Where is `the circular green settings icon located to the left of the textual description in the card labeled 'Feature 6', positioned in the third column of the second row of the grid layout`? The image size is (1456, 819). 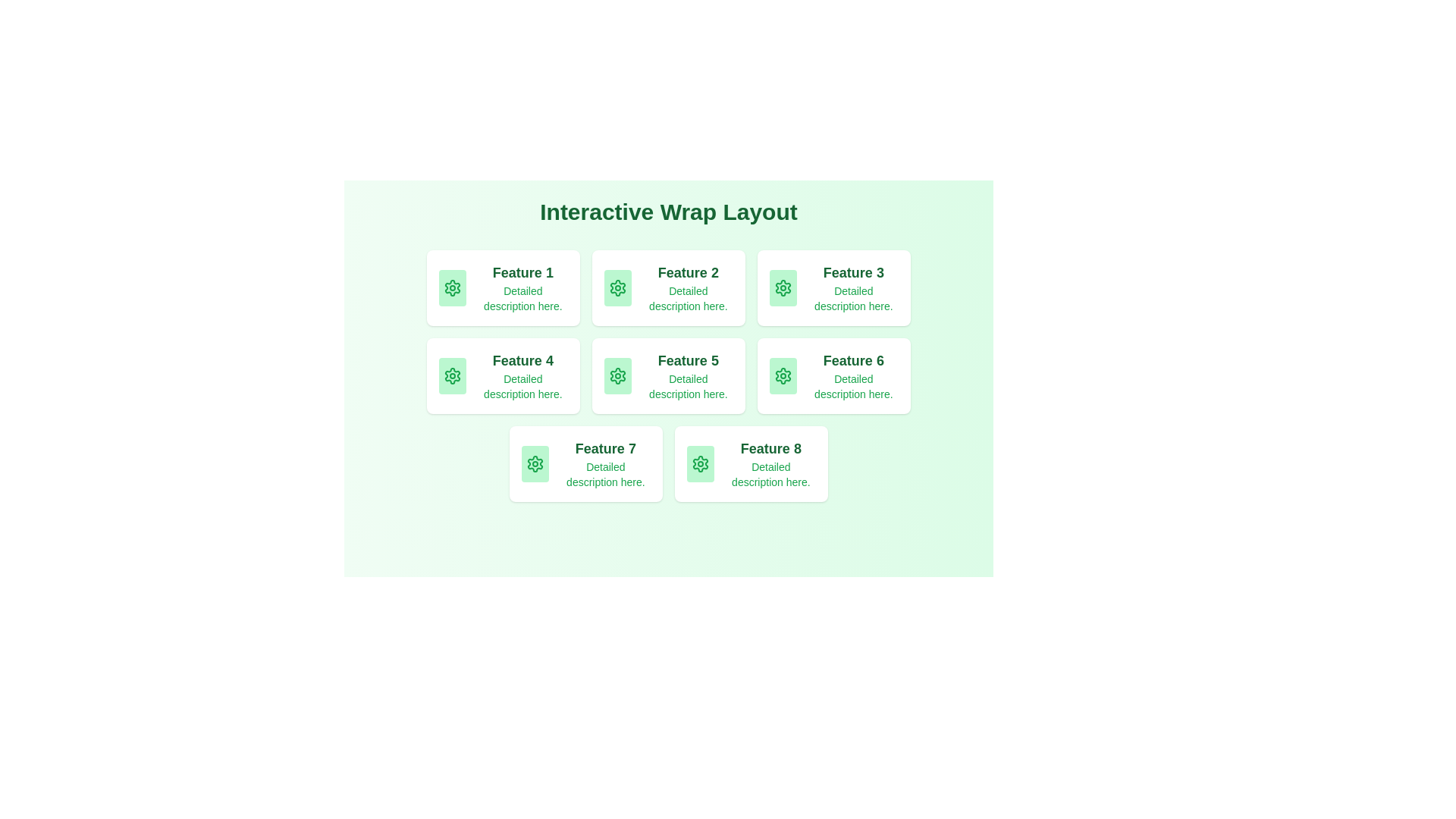
the circular green settings icon located to the left of the textual description in the card labeled 'Feature 6', positioned in the third column of the second row of the grid layout is located at coordinates (783, 375).